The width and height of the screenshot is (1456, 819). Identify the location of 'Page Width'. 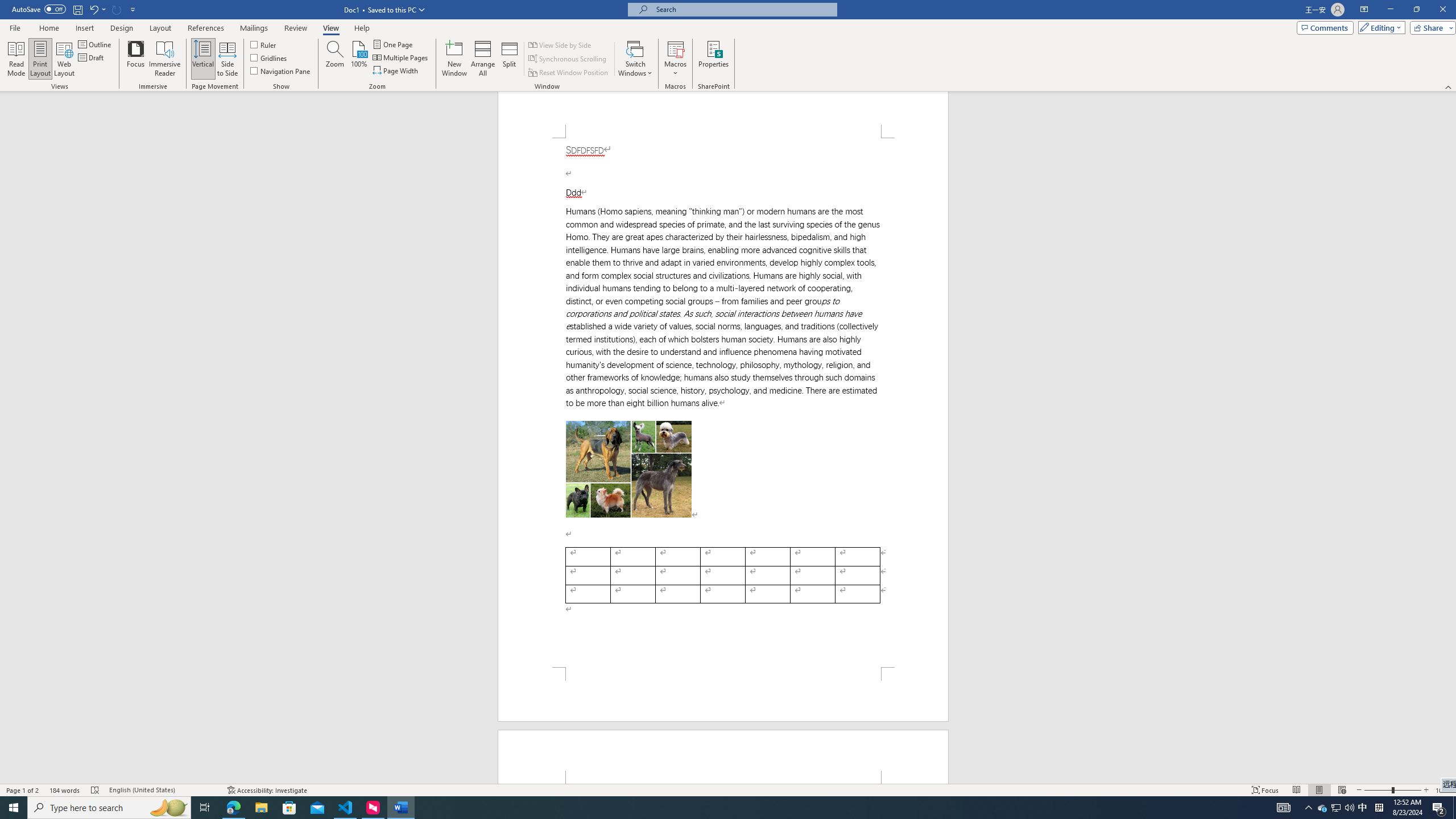
(396, 69).